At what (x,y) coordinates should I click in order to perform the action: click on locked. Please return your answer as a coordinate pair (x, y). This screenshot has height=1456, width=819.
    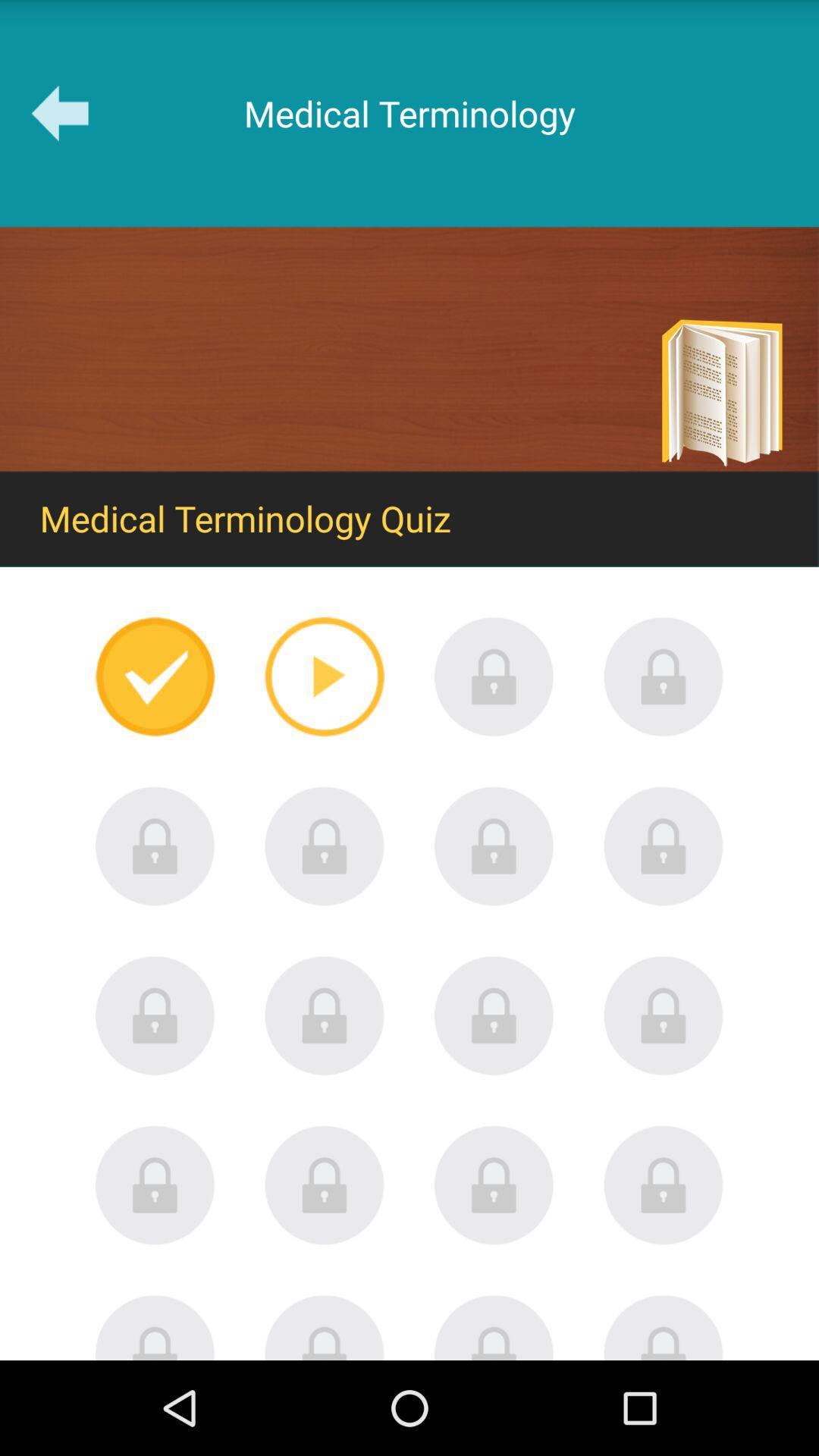
    Looking at the image, I should click on (155, 1185).